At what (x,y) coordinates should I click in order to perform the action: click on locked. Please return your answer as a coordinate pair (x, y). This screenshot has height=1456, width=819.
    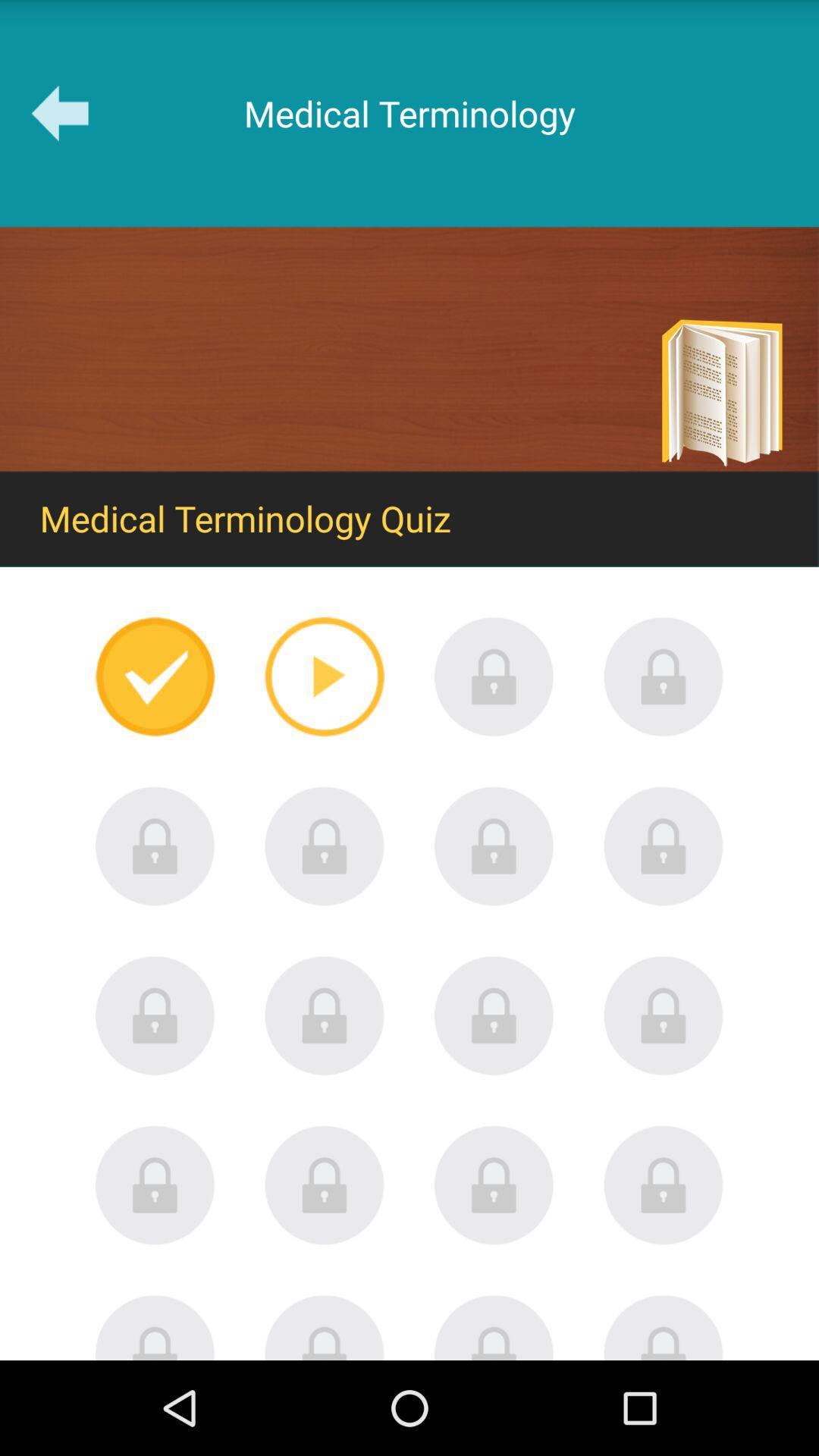
    Looking at the image, I should click on (155, 1185).